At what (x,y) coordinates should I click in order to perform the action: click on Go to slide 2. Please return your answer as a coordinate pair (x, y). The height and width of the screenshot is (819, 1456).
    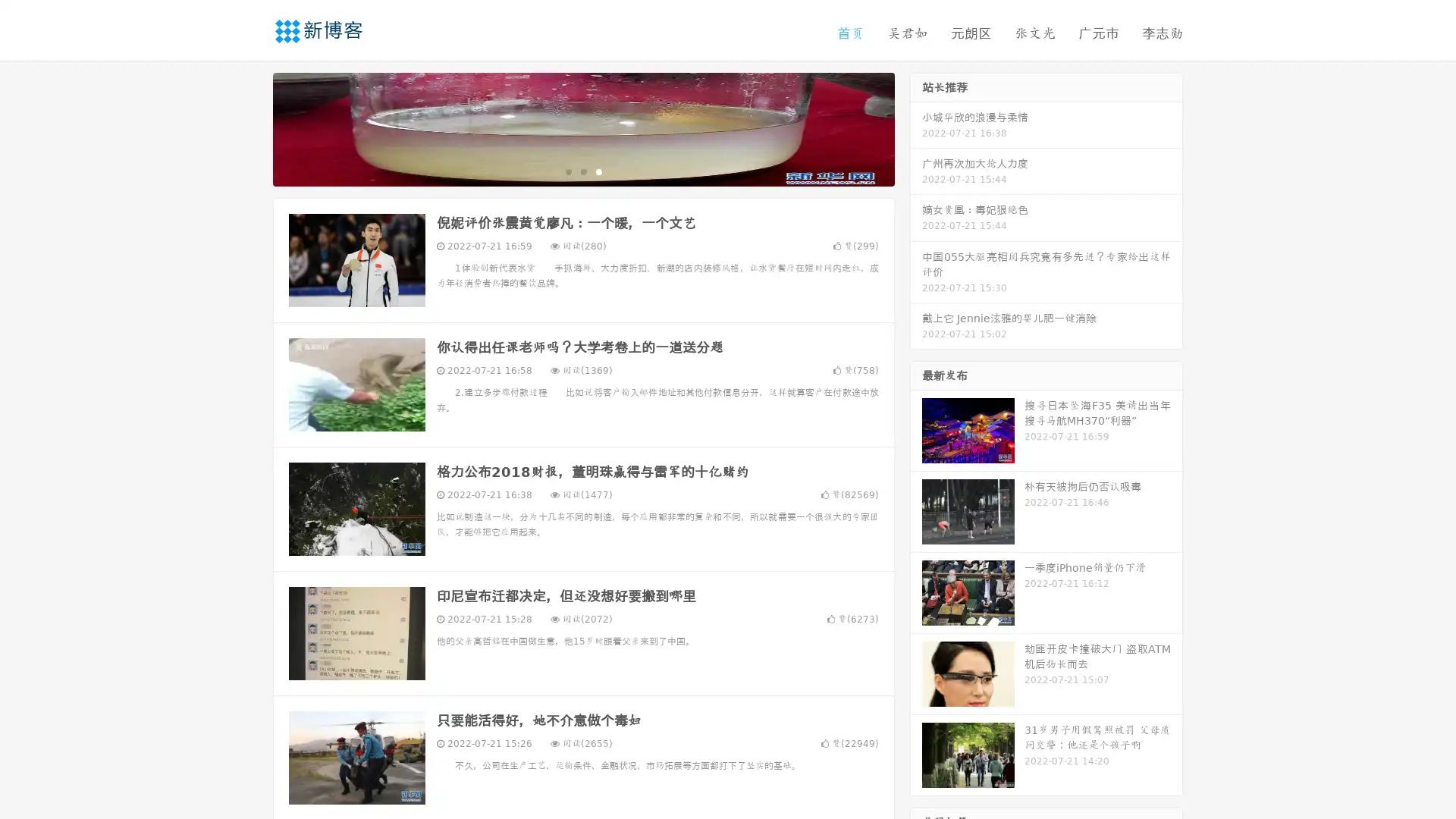
    Looking at the image, I should click on (582, 171).